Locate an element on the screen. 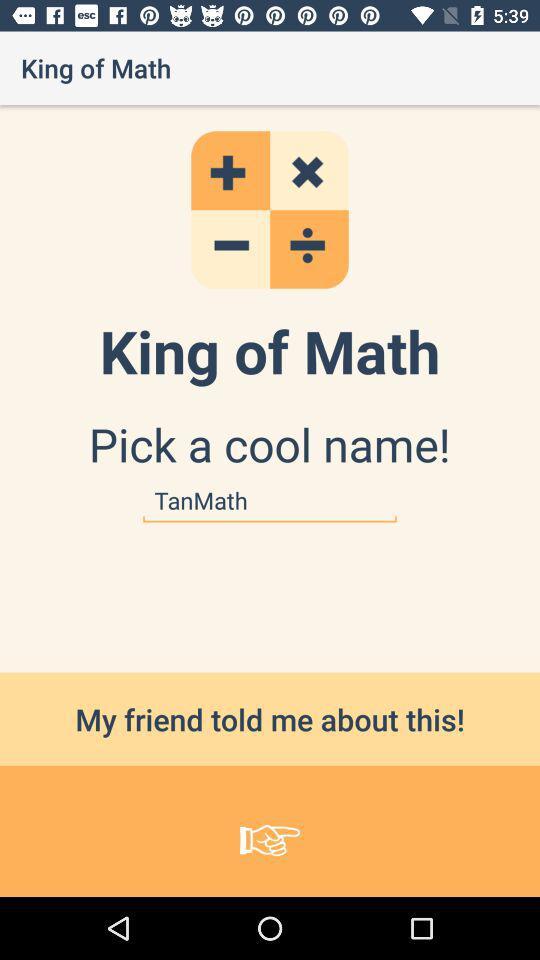 The height and width of the screenshot is (960, 540). the item below the pick a cool item is located at coordinates (270, 500).